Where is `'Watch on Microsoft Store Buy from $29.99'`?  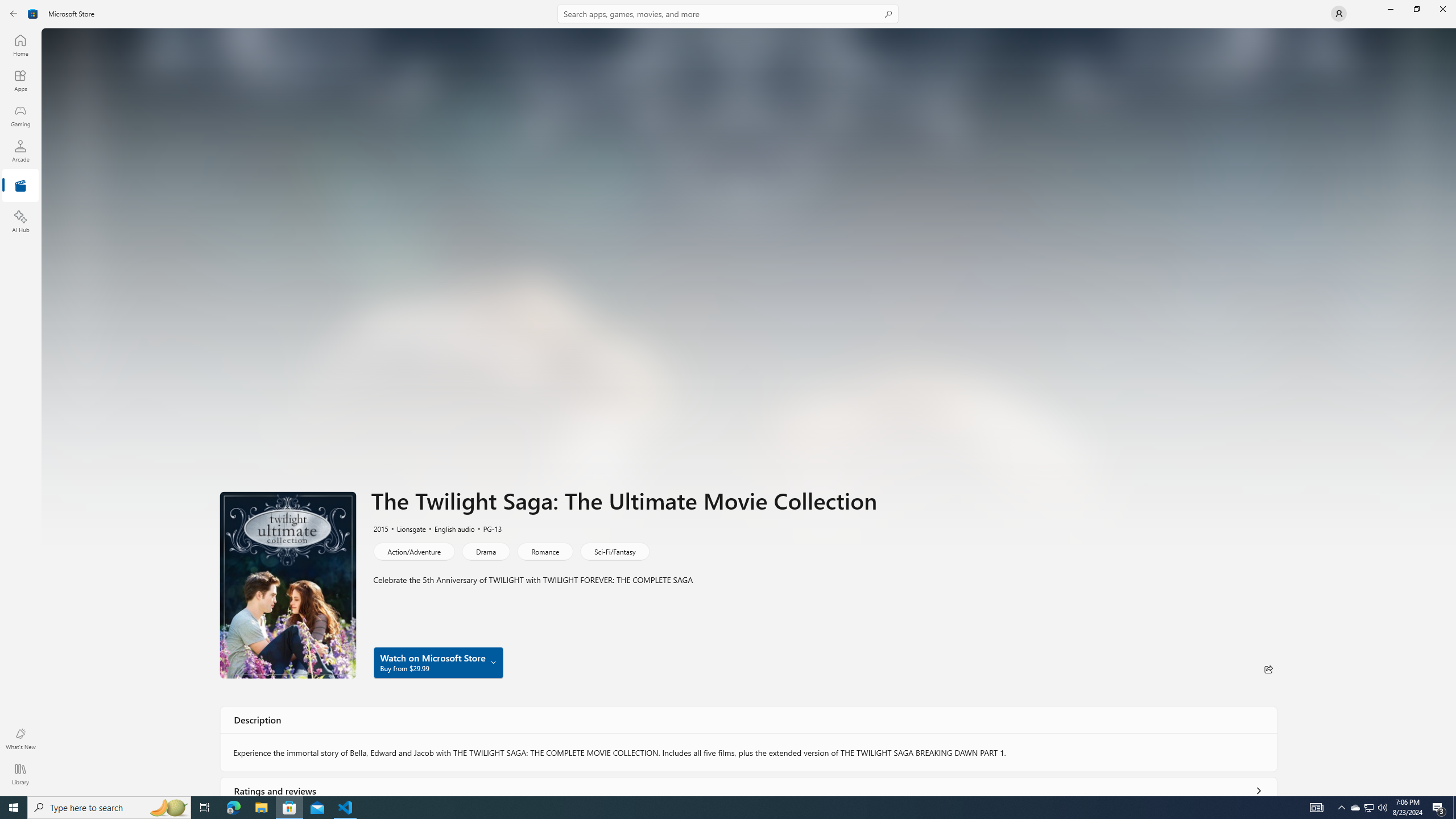 'Watch on Microsoft Store Buy from $29.99' is located at coordinates (438, 662).